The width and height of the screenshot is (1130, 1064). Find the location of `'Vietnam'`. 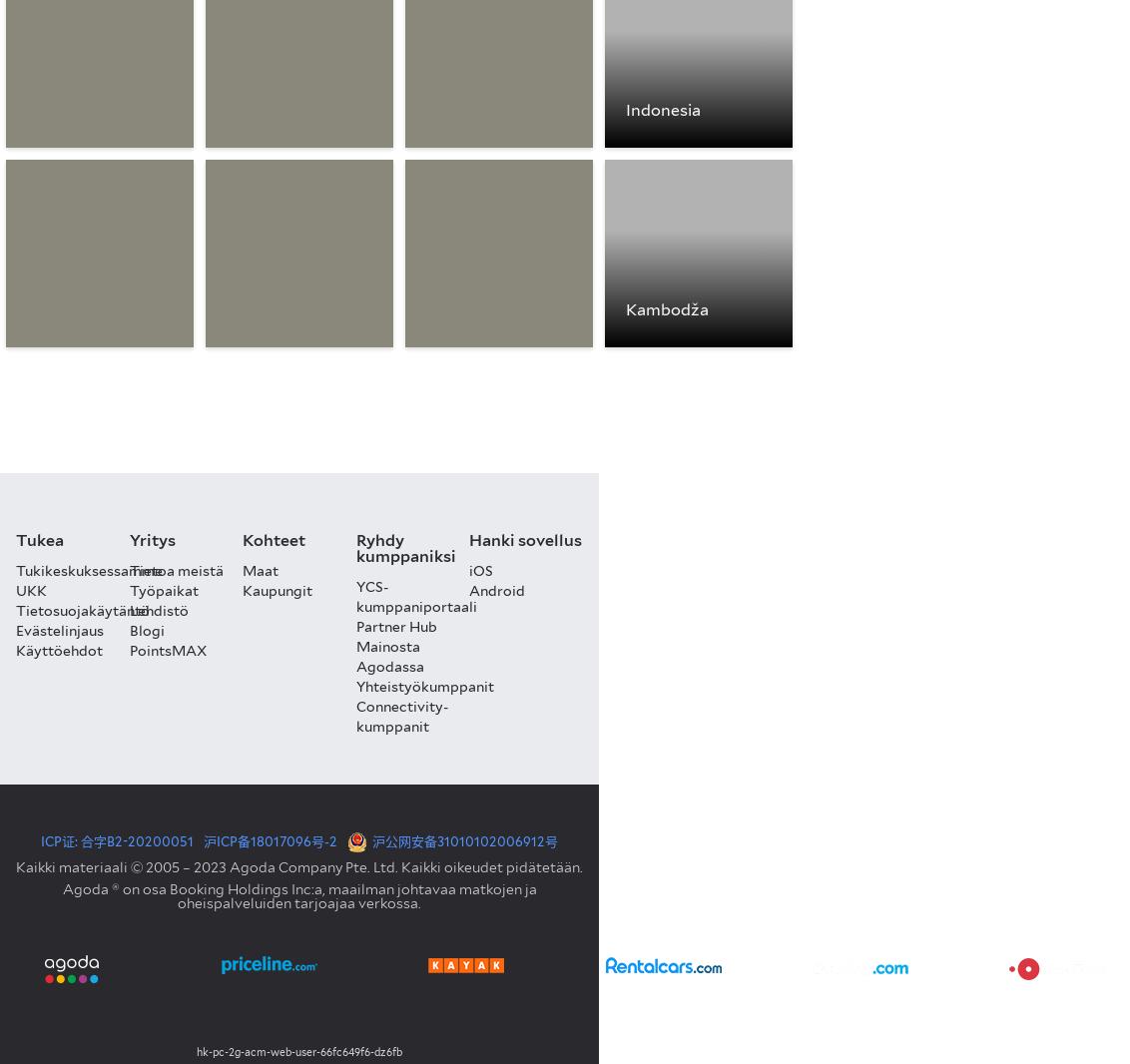

'Vietnam' is located at coordinates (58, 309).